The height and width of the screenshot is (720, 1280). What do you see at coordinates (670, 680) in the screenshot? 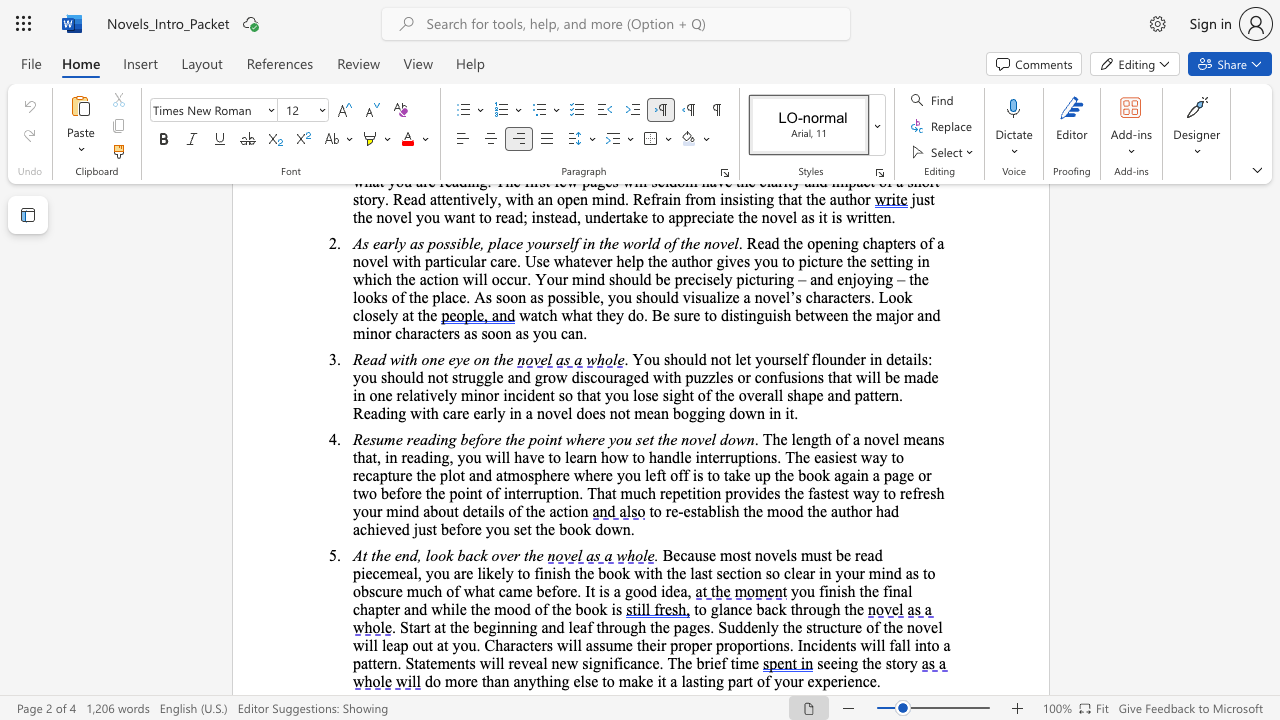
I see `the subset text "a lasting part of yo" within the text "do more than anything else to make it a lasting part of your experience."` at bounding box center [670, 680].